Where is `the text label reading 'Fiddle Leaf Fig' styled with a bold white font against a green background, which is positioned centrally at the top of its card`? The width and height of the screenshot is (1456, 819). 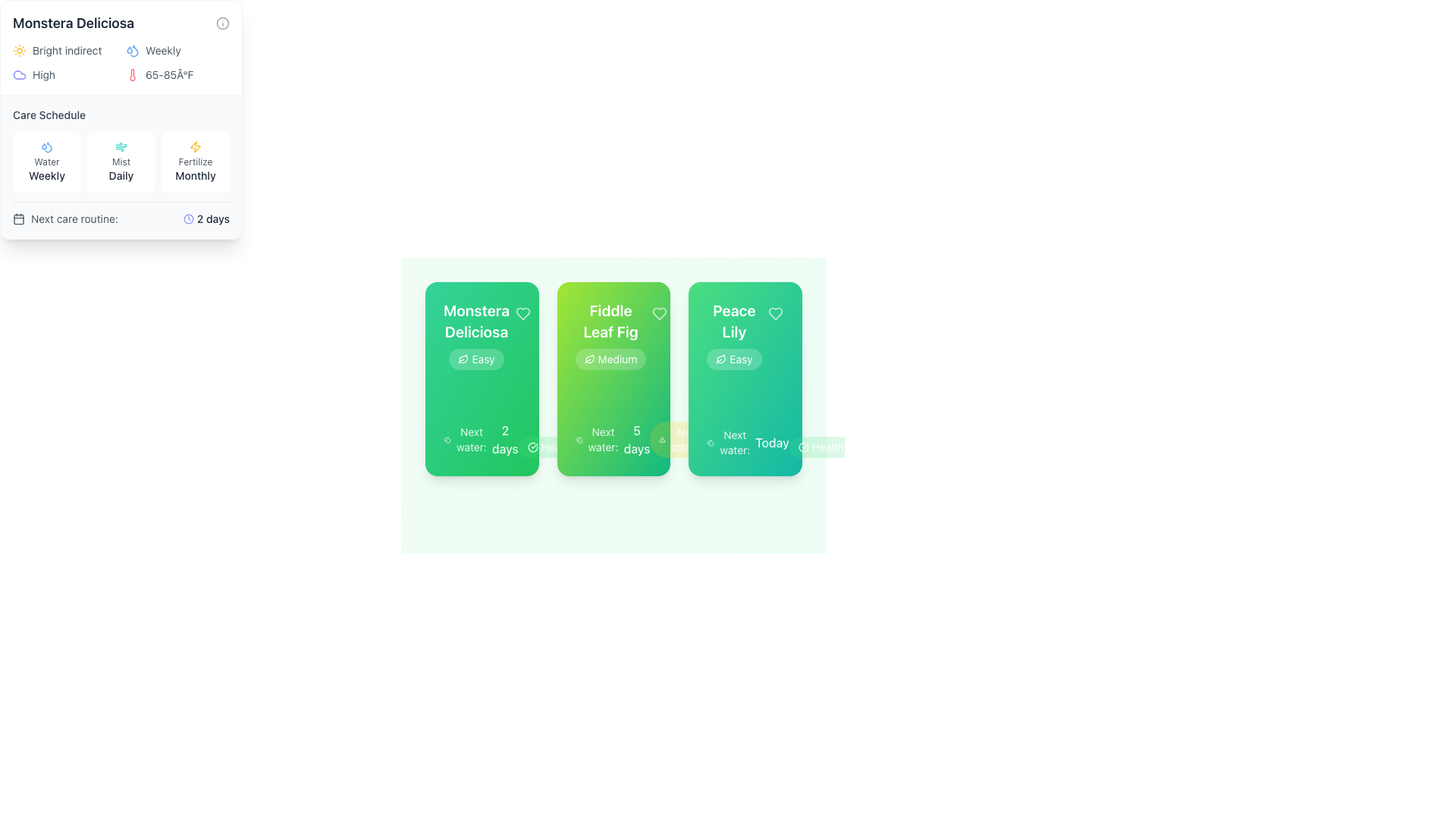
the text label reading 'Fiddle Leaf Fig' styled with a bold white font against a green background, which is positioned centrally at the top of its card is located at coordinates (610, 321).